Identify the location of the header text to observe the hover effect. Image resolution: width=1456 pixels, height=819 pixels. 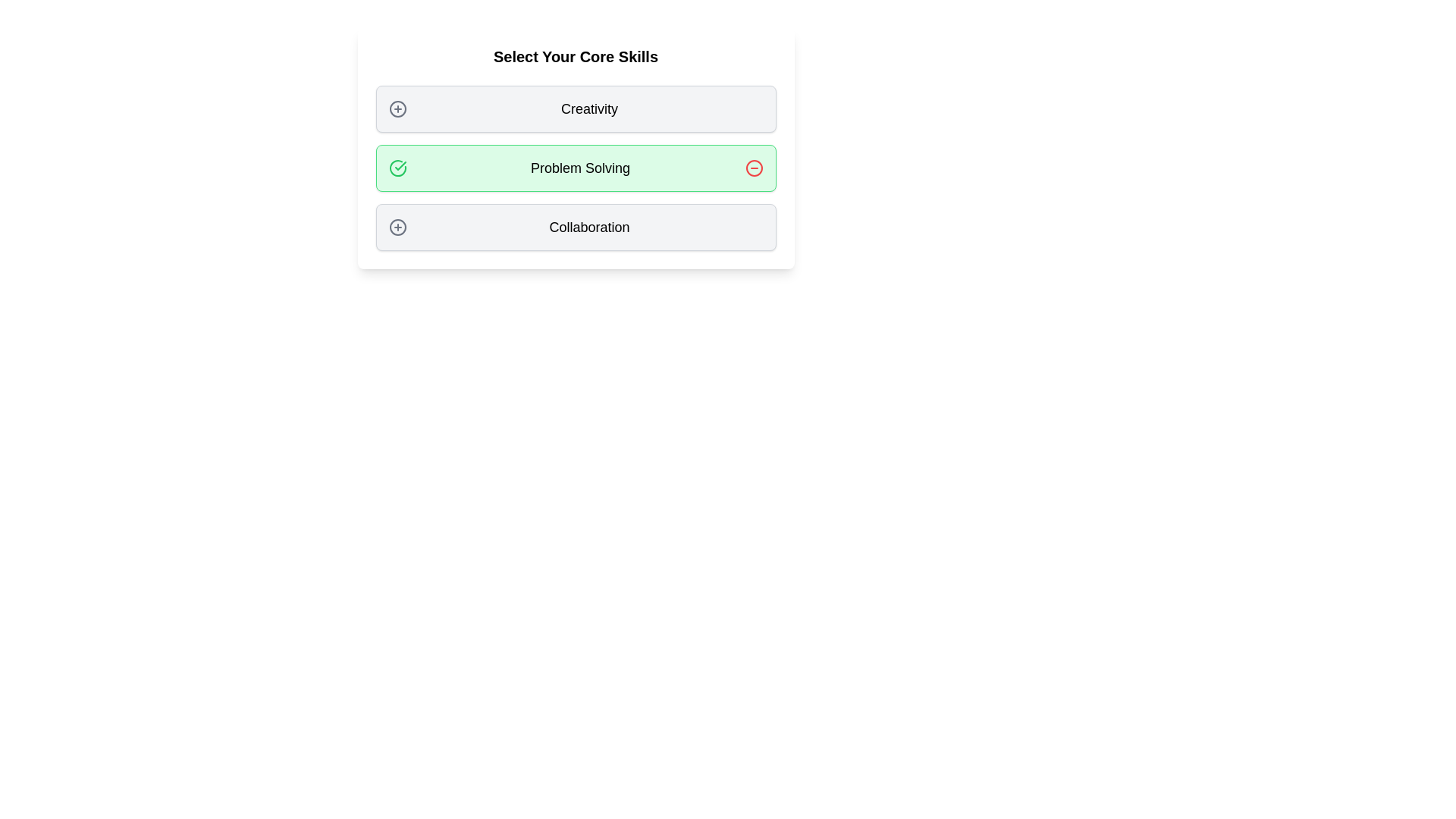
(575, 55).